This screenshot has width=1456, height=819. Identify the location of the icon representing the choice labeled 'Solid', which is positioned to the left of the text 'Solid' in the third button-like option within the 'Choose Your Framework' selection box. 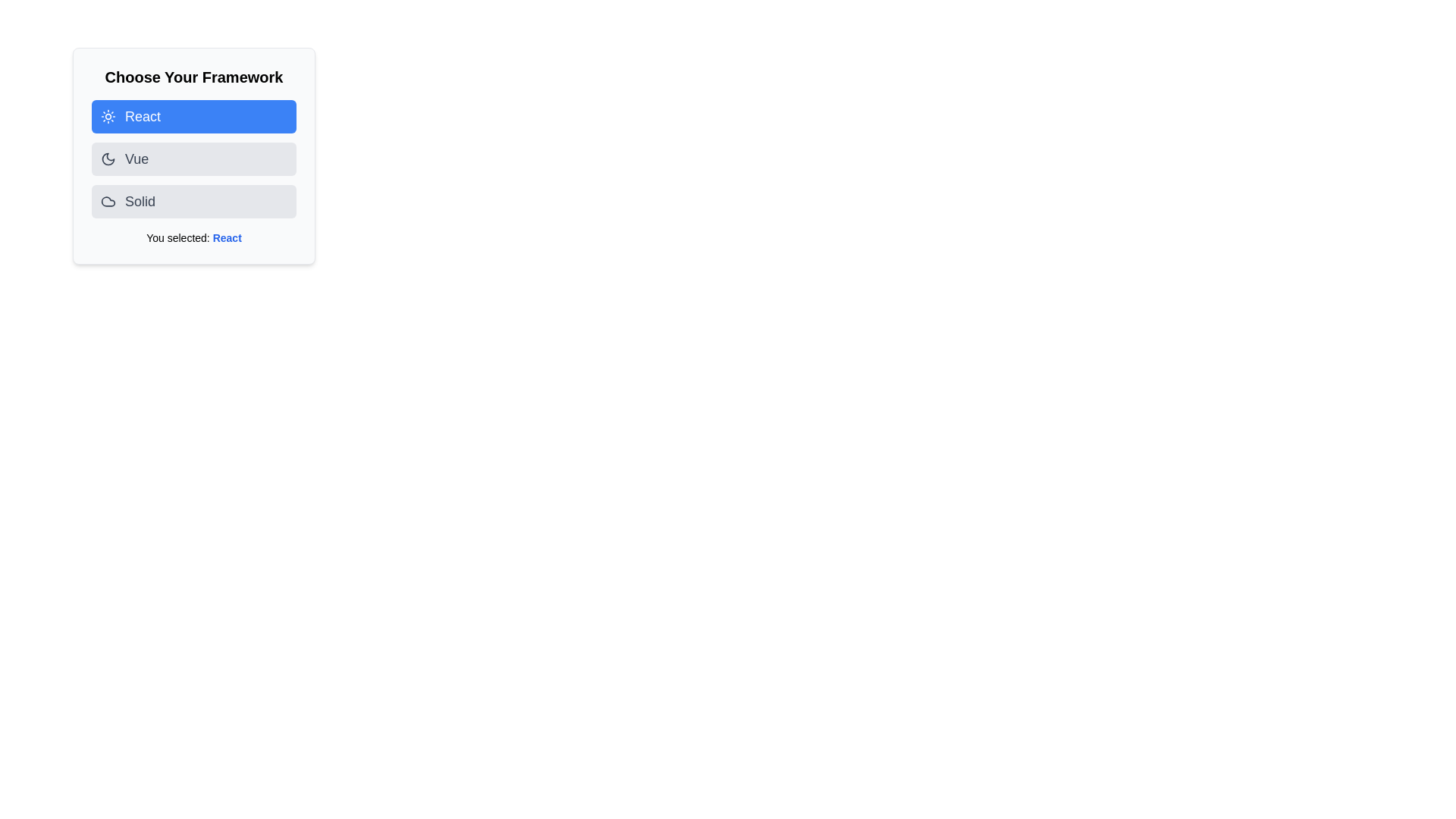
(108, 201).